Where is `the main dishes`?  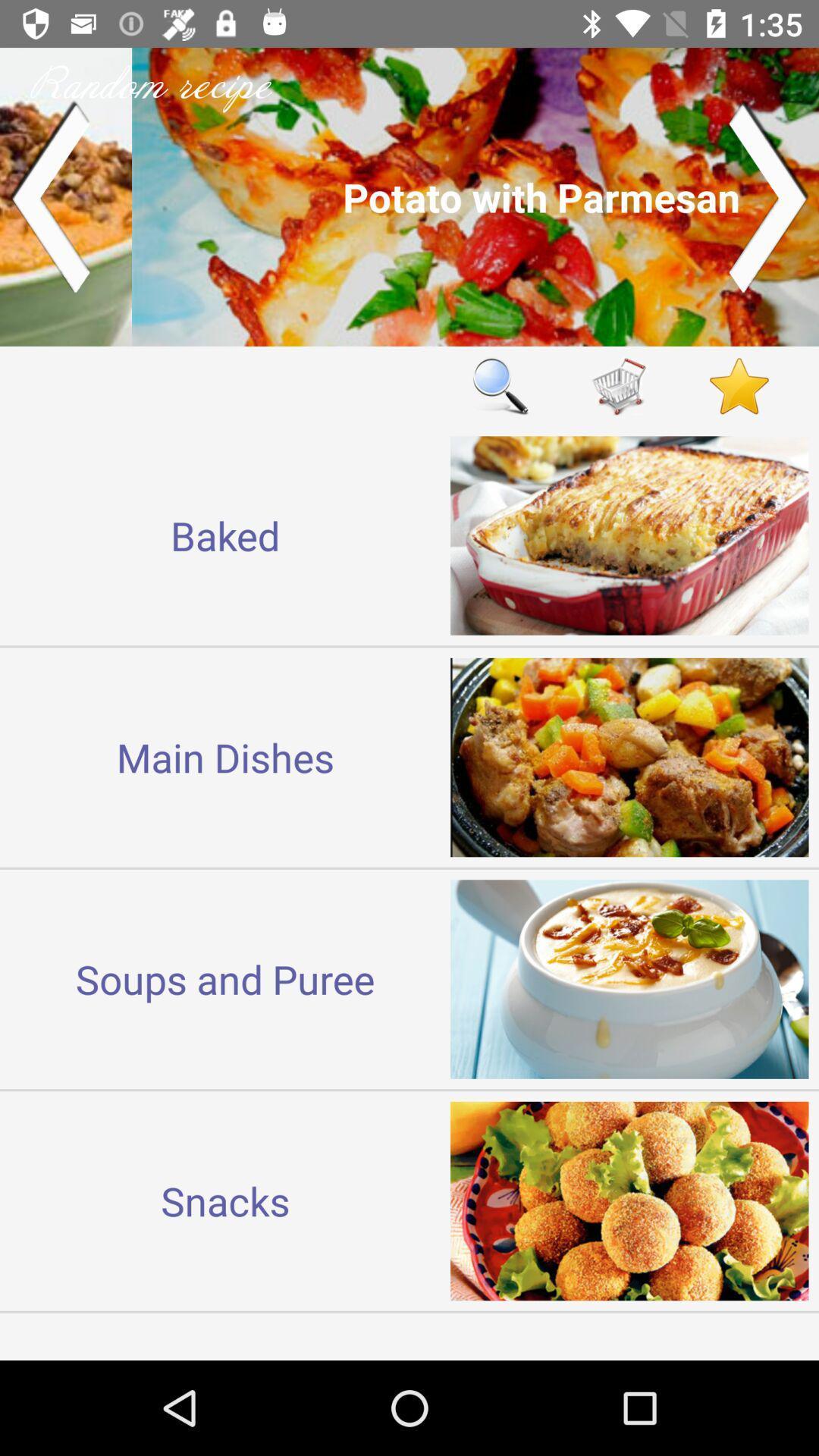 the main dishes is located at coordinates (225, 757).